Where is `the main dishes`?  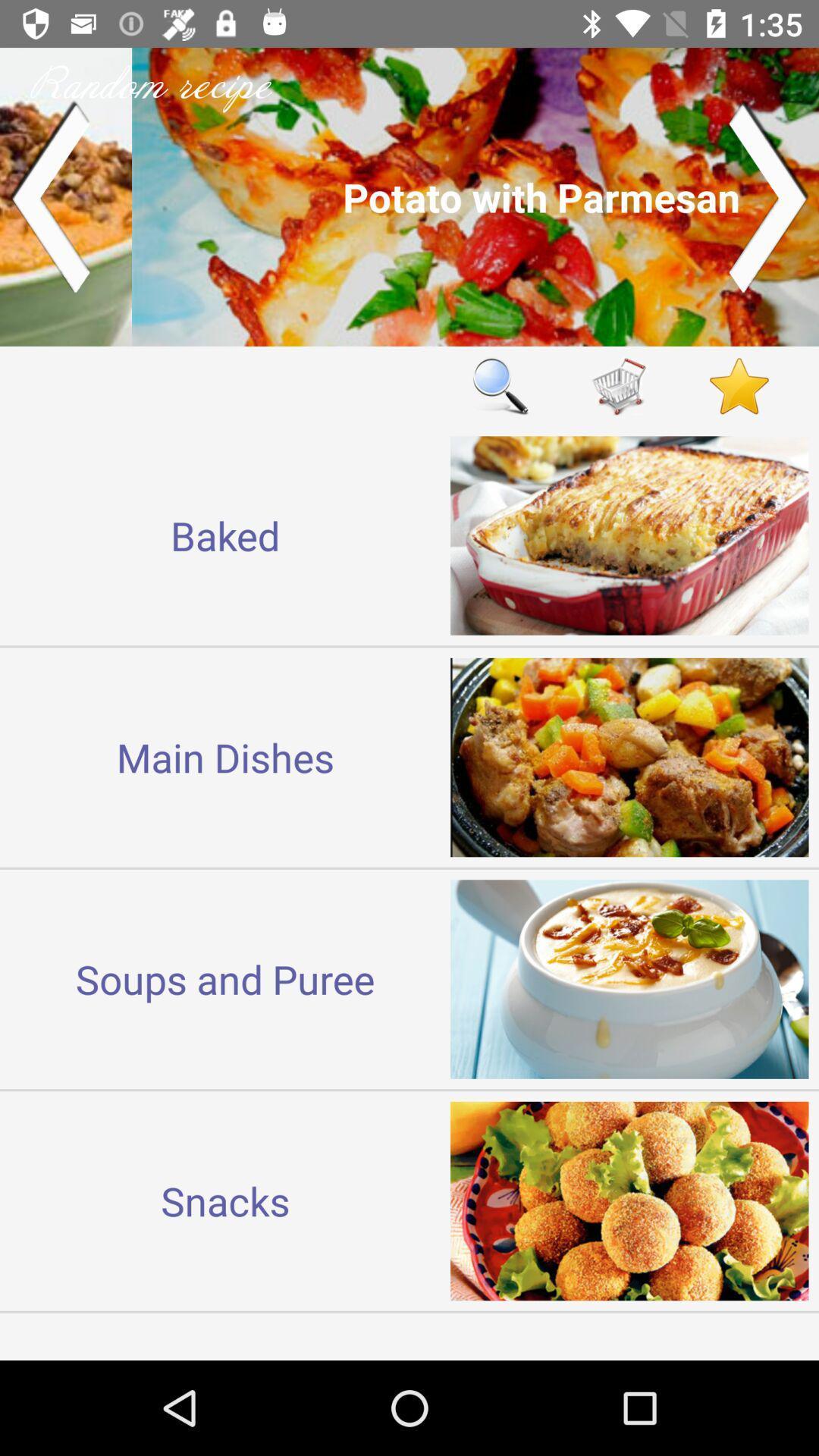 the main dishes is located at coordinates (225, 757).